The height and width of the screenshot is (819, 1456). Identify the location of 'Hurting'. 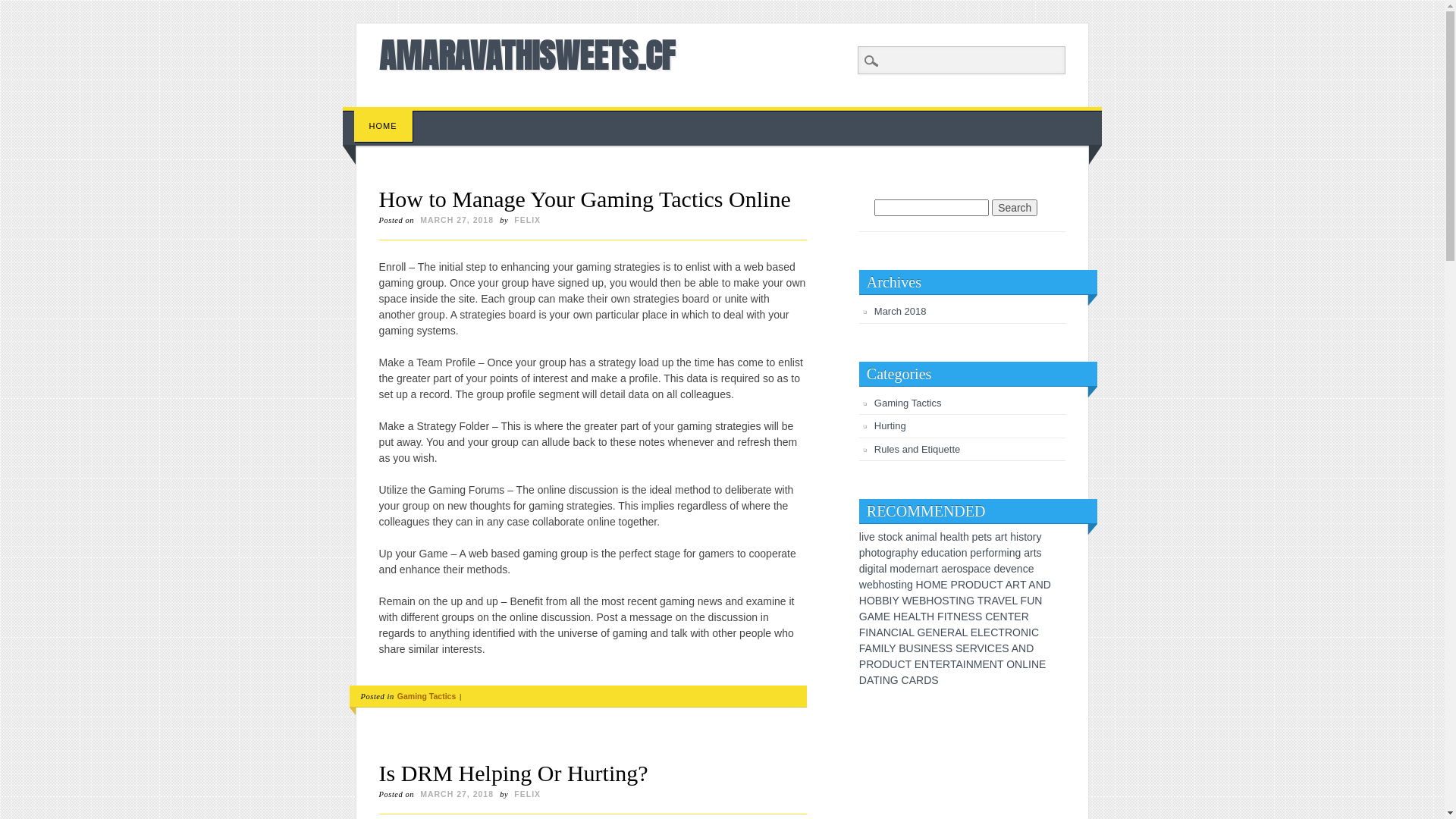
(874, 425).